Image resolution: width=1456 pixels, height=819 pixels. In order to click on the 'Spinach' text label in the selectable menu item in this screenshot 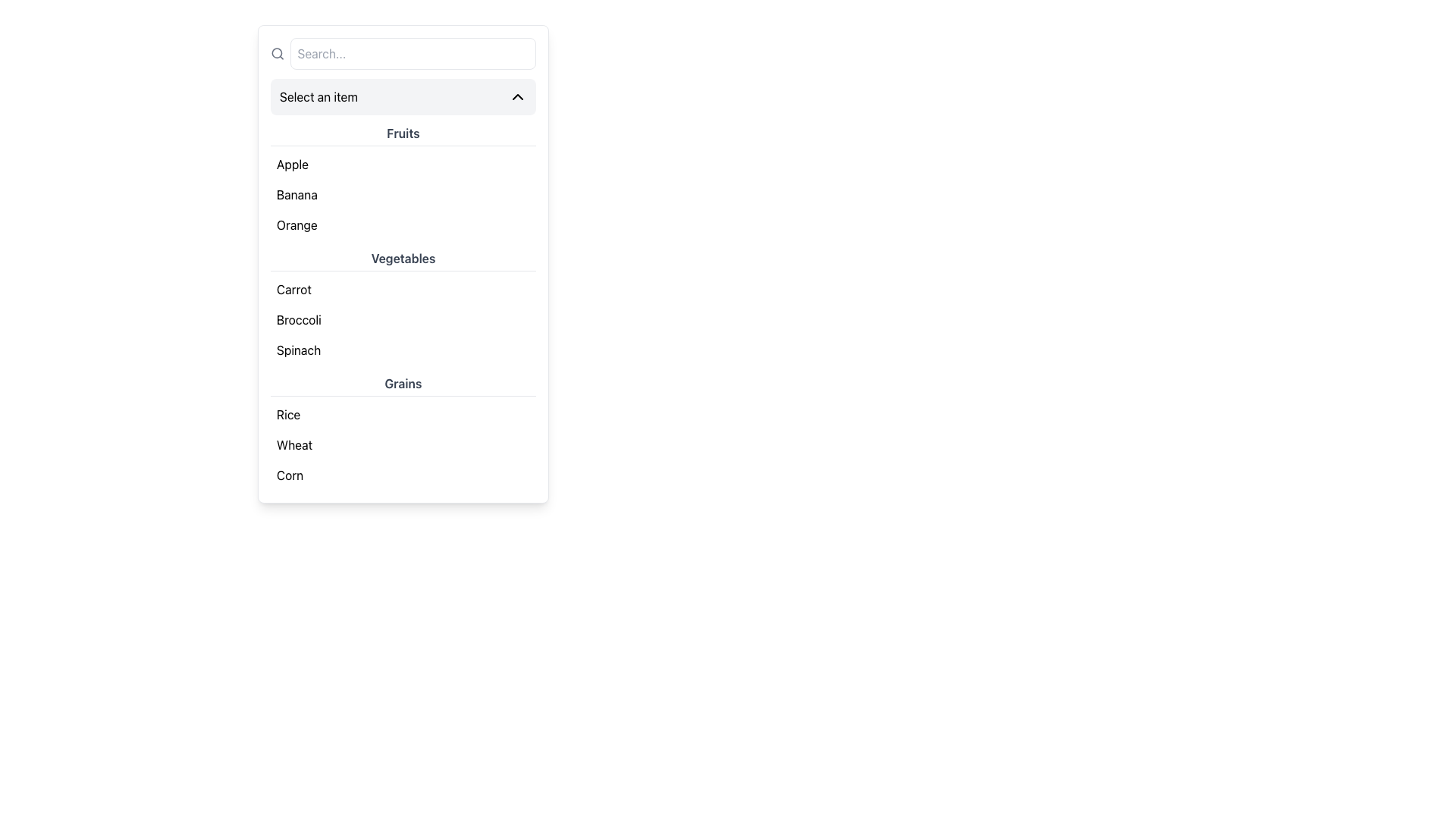, I will do `click(299, 350)`.